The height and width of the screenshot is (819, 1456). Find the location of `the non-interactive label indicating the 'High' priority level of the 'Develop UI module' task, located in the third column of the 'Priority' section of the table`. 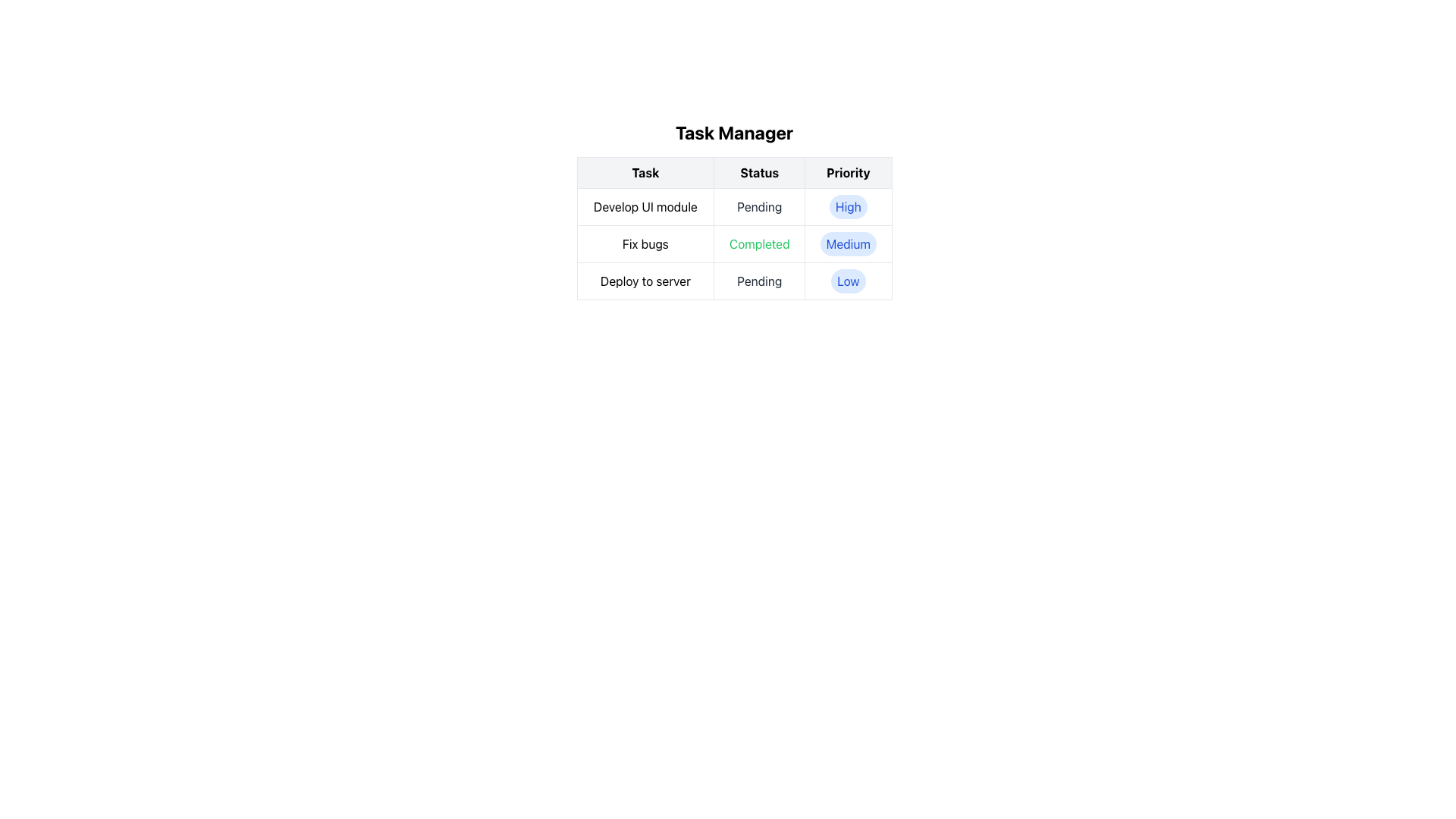

the non-interactive label indicating the 'High' priority level of the 'Develop UI module' task, located in the third column of the 'Priority' section of the table is located at coordinates (847, 207).